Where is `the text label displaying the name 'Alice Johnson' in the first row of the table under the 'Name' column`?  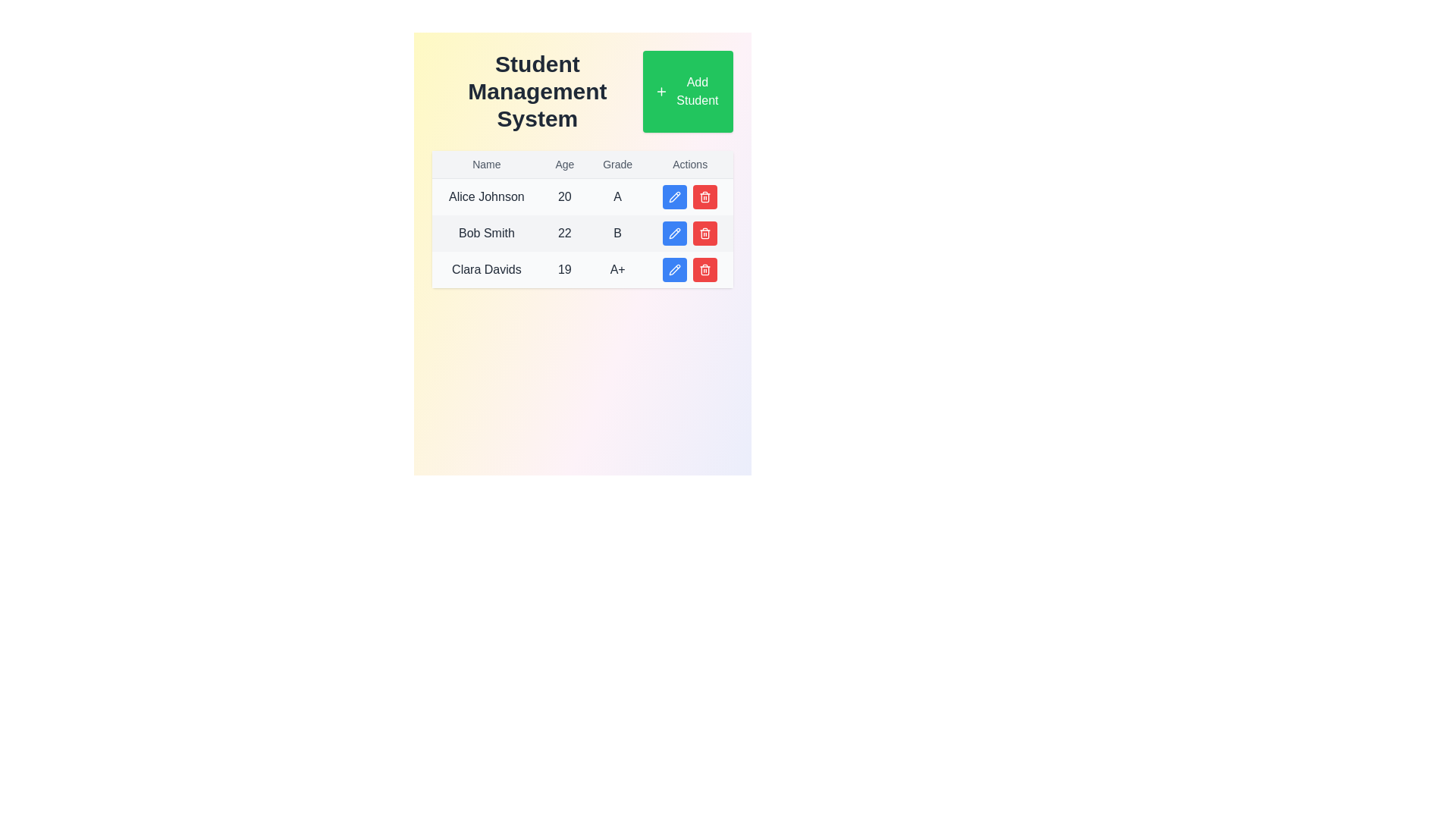 the text label displaying the name 'Alice Johnson' in the first row of the table under the 'Name' column is located at coordinates (486, 196).